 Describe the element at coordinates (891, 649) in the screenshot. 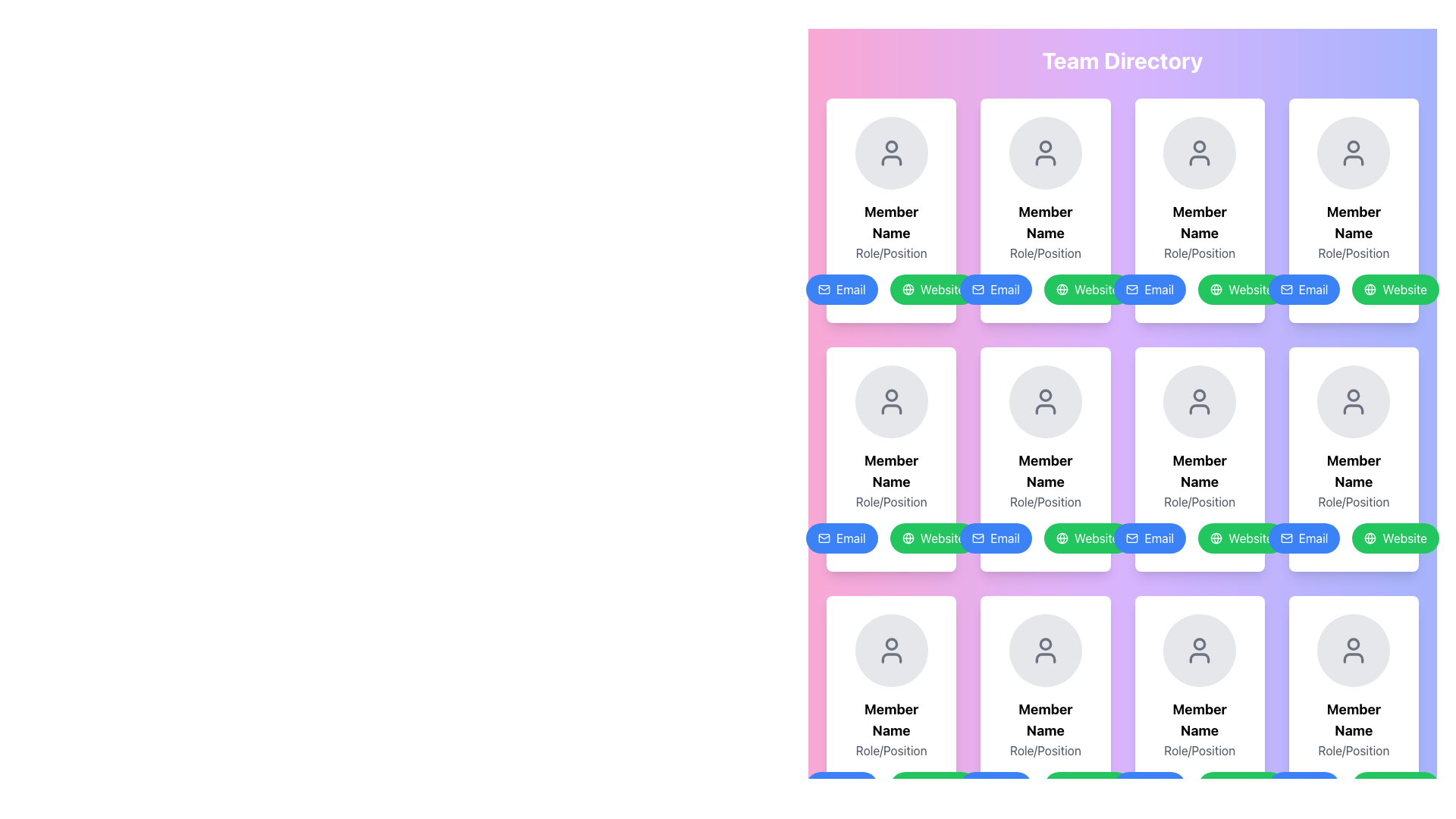

I see `the Avatar placeholder located at the top of the profile card, which serves as a profile picture or avatar for the member` at that location.